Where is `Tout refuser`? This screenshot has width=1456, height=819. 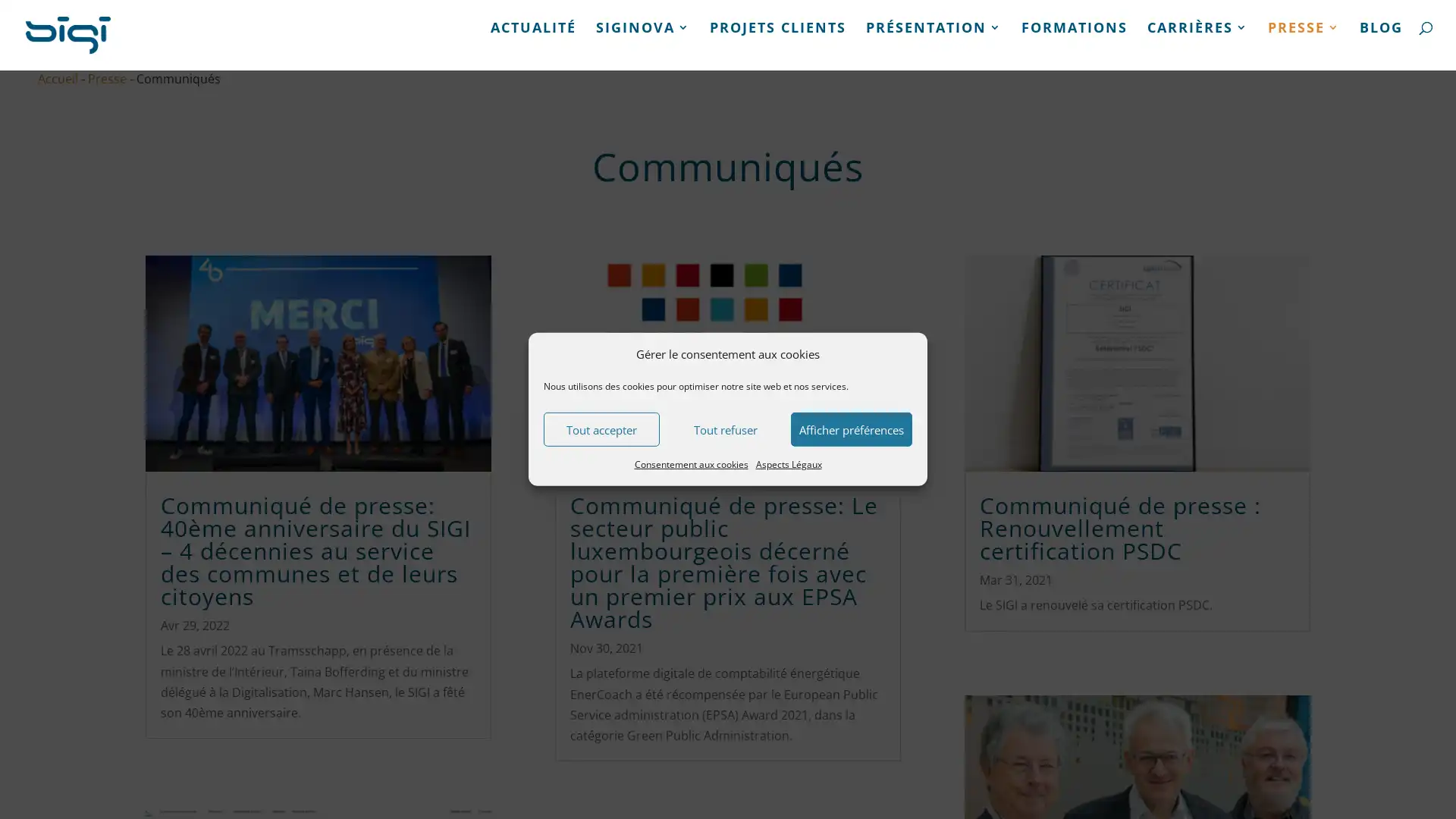 Tout refuser is located at coordinates (724, 429).